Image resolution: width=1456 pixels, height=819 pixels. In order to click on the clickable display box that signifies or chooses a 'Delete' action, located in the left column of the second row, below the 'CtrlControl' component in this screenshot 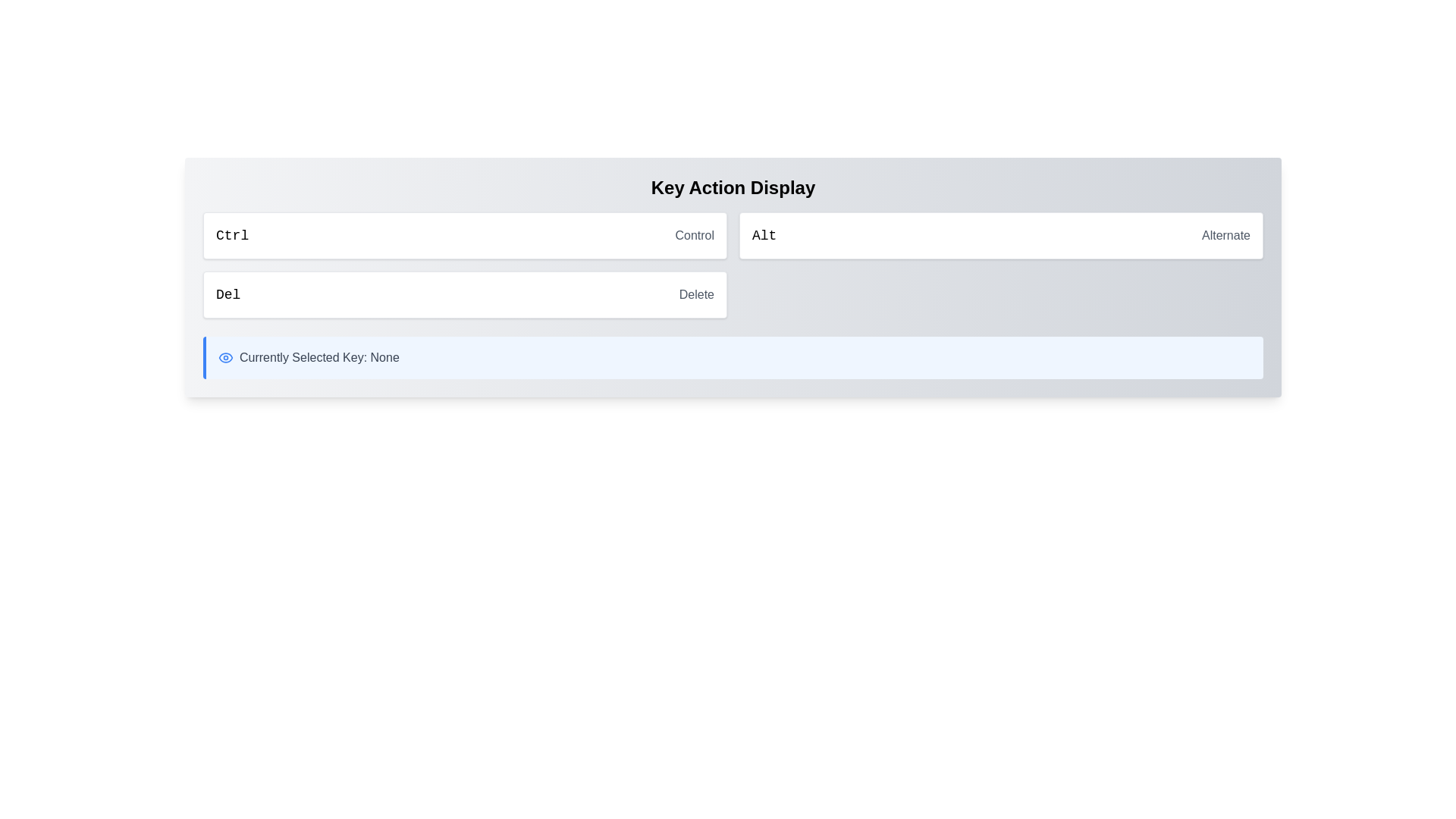, I will do `click(464, 295)`.